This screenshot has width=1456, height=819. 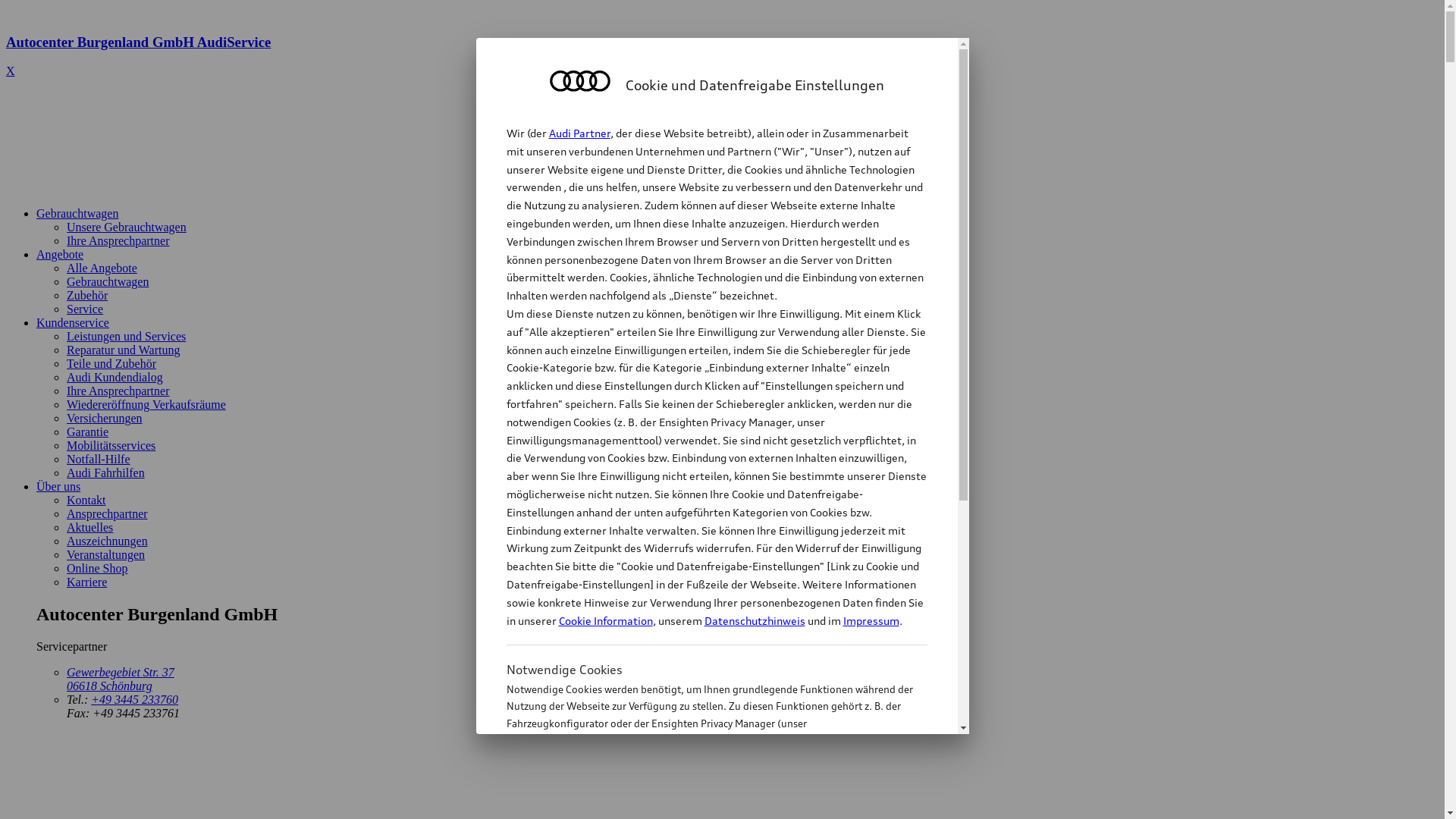 What do you see at coordinates (118, 240) in the screenshot?
I see `'Ihre Ansprechpartner'` at bounding box center [118, 240].